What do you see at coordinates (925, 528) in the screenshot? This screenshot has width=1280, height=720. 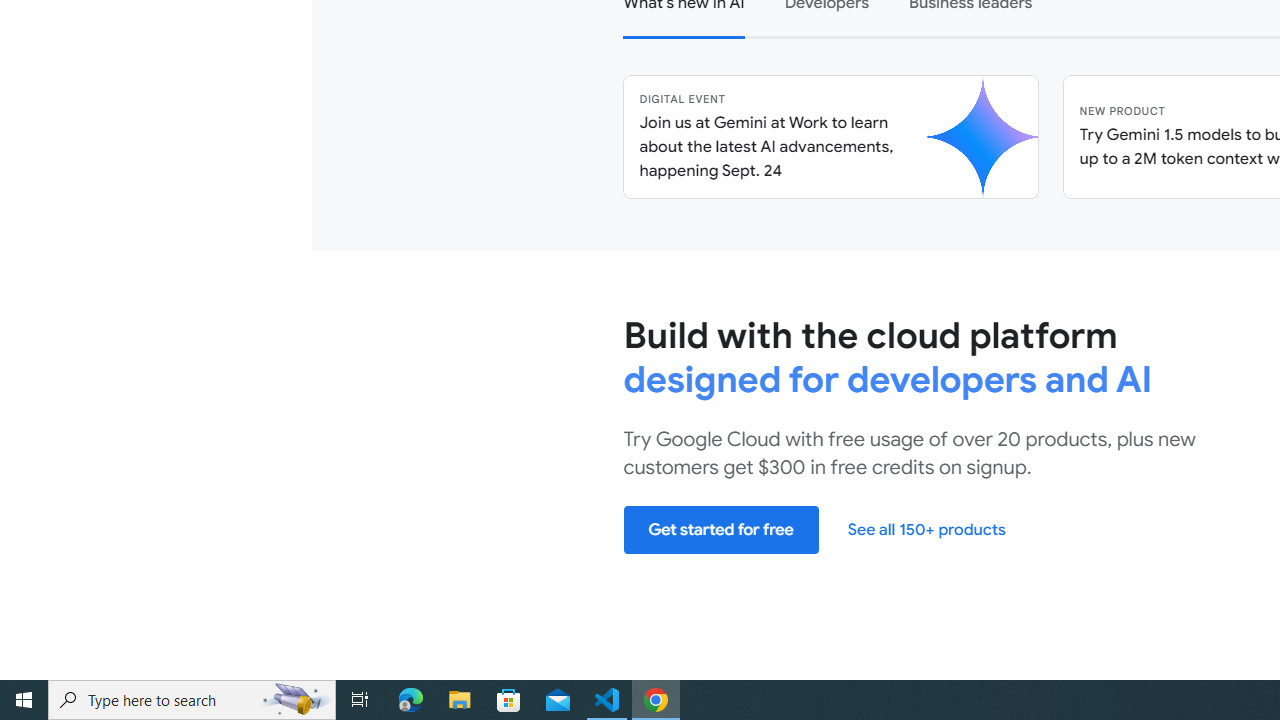 I see `'See all 150+ products'` at bounding box center [925, 528].